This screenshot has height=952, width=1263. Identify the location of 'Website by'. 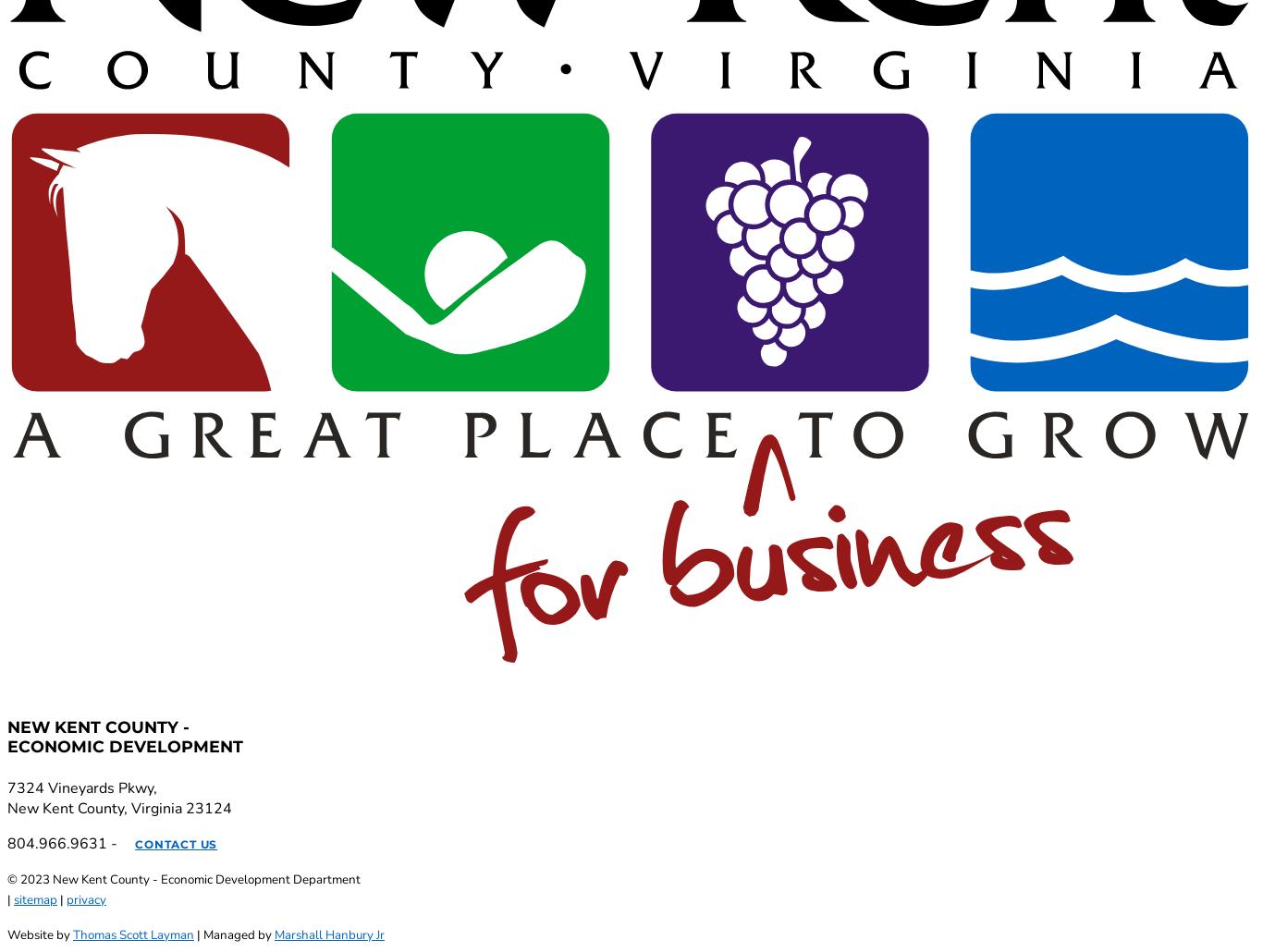
(7, 934).